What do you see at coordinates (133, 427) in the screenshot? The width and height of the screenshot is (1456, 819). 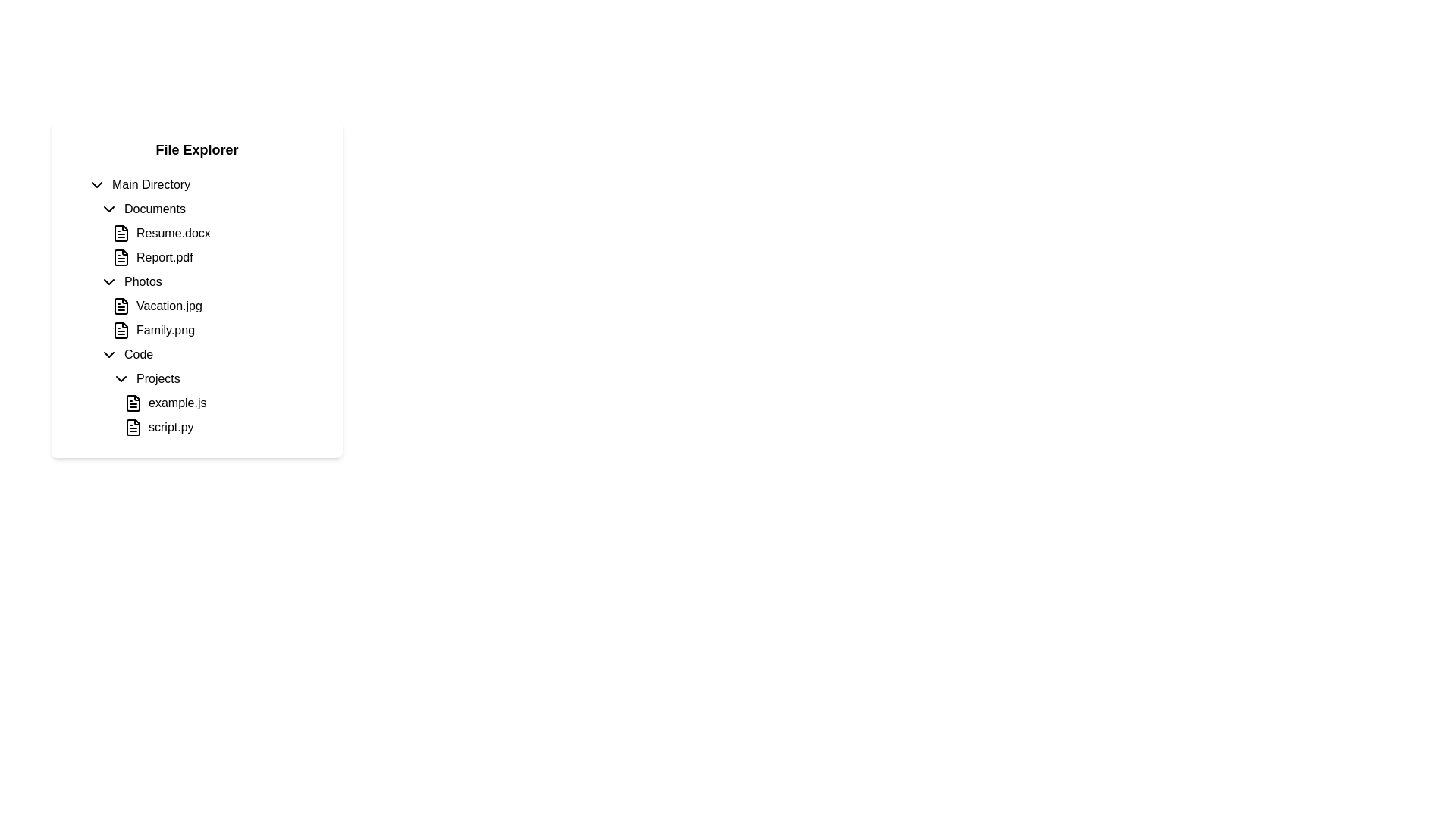 I see `the file icon representing 'script.py' located in the 'Projects' section of the file explorer under the 'Code' directory` at bounding box center [133, 427].